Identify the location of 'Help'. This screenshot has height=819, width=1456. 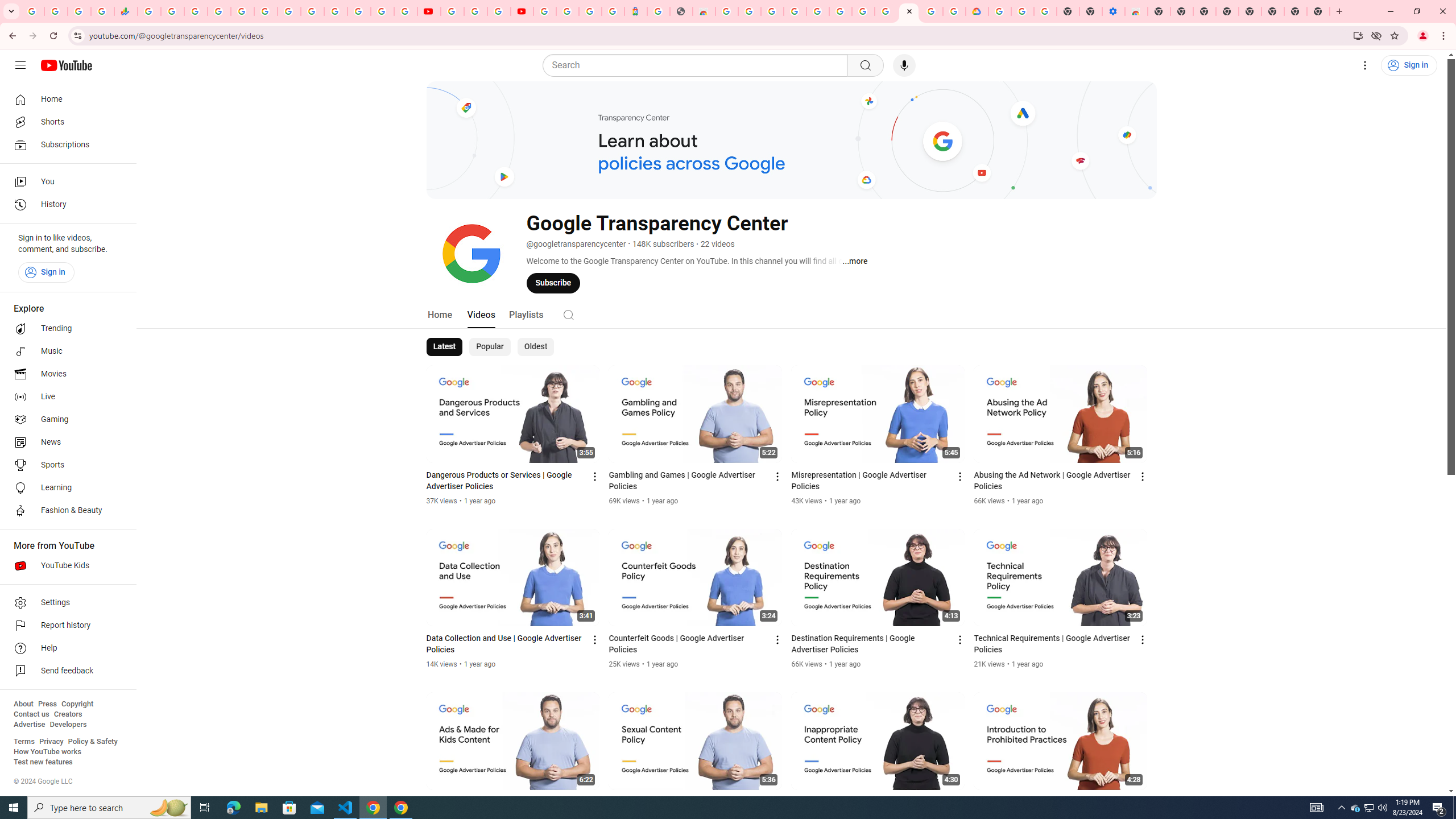
(64, 648).